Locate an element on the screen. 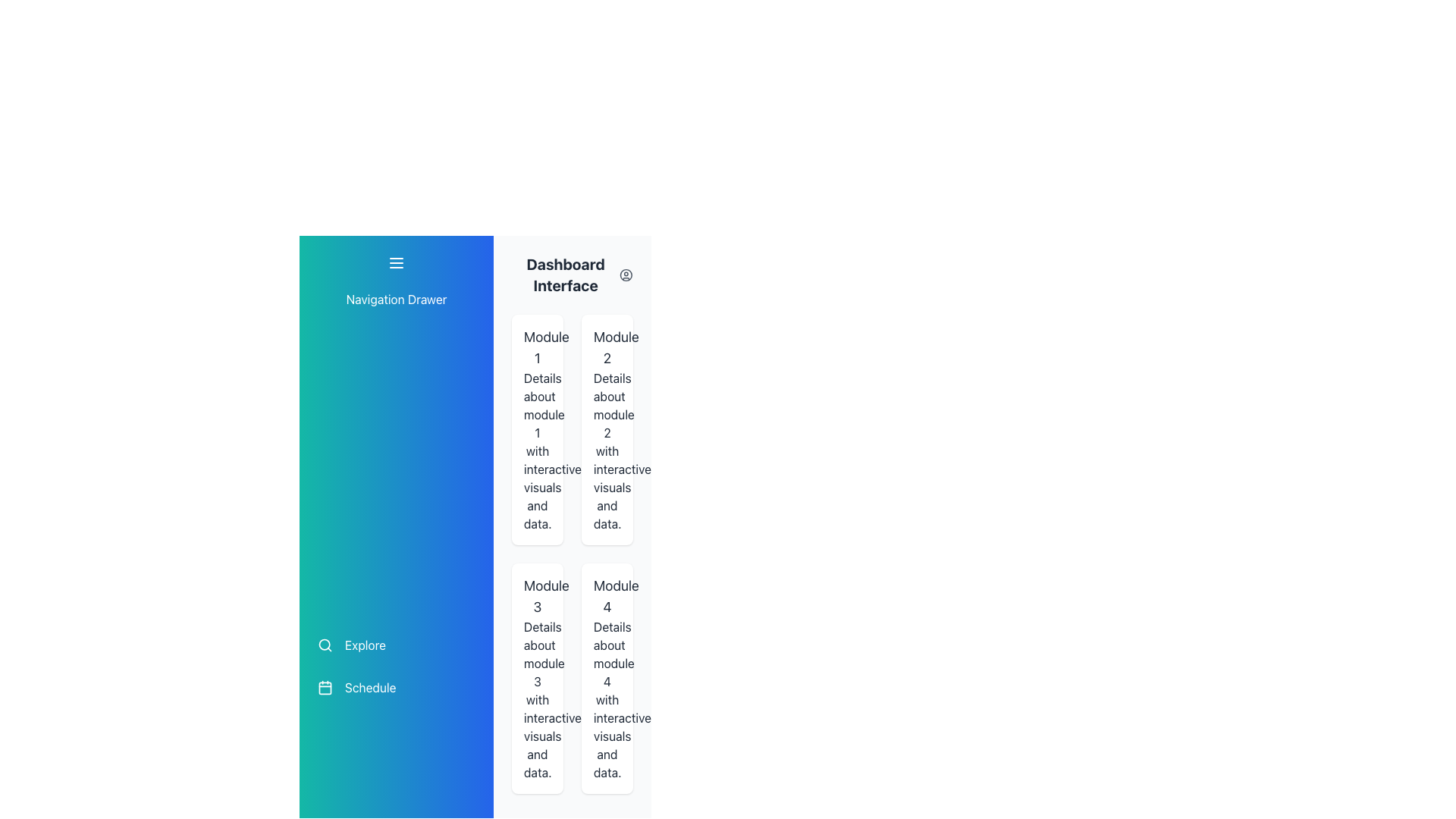  the 'Schedule' text label within the vertical navigation menu on the left side of the interface is located at coordinates (370, 687).